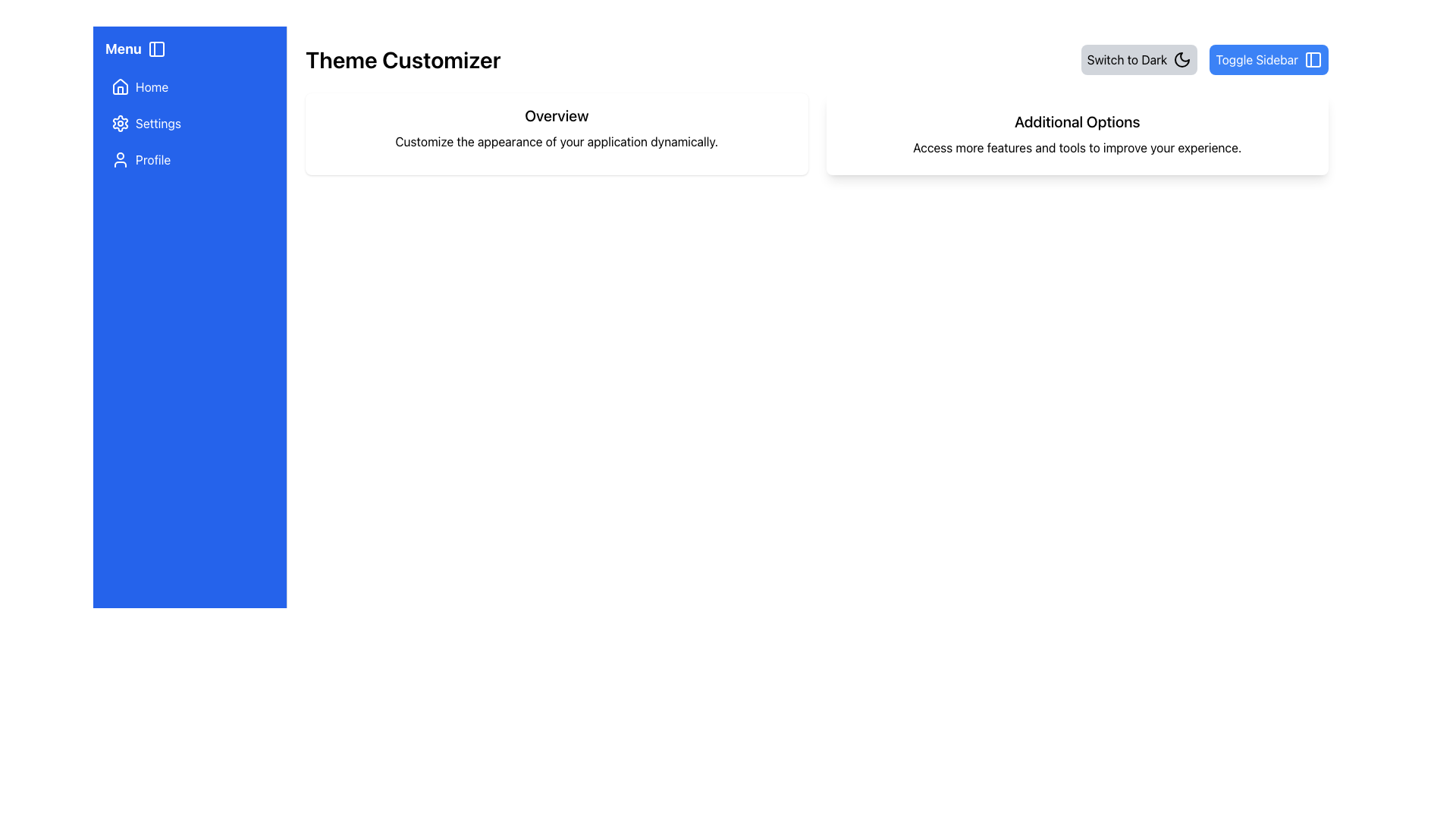  I want to click on the 'Home' button in the sidebar menu, so click(189, 87).